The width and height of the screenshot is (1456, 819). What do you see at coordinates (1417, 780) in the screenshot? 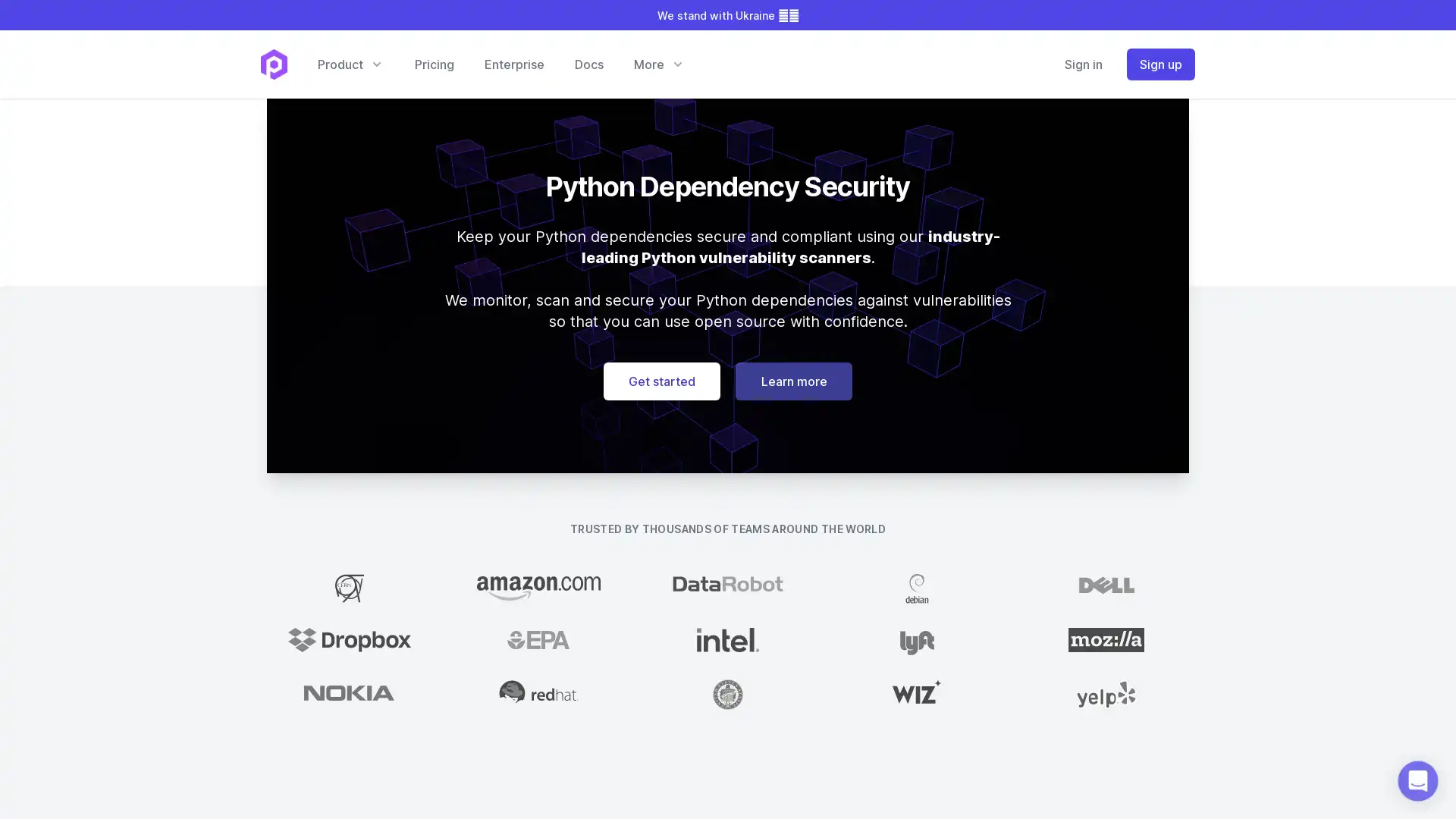
I see `Open Intercom Messenger` at bounding box center [1417, 780].